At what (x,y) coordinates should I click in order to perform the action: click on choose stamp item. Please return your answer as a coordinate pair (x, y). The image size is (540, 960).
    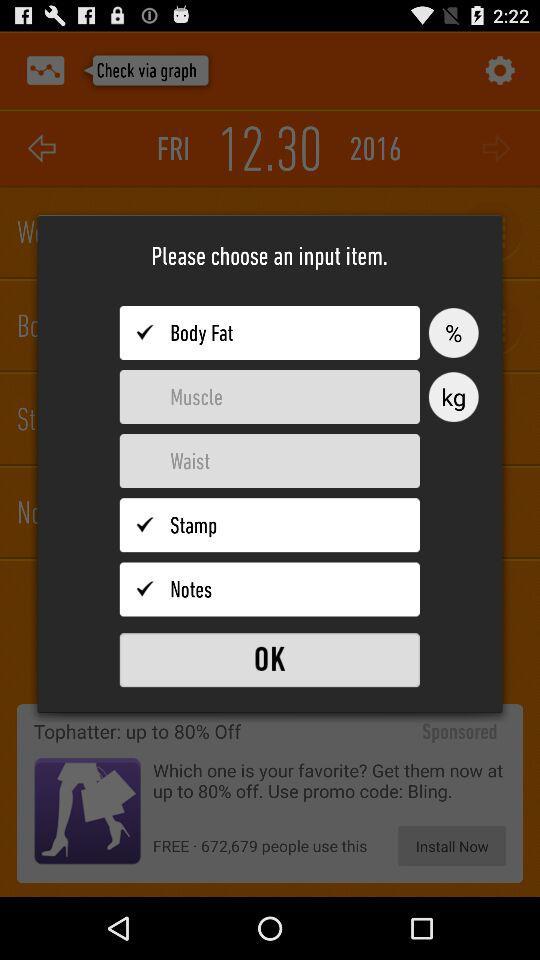
    Looking at the image, I should click on (269, 524).